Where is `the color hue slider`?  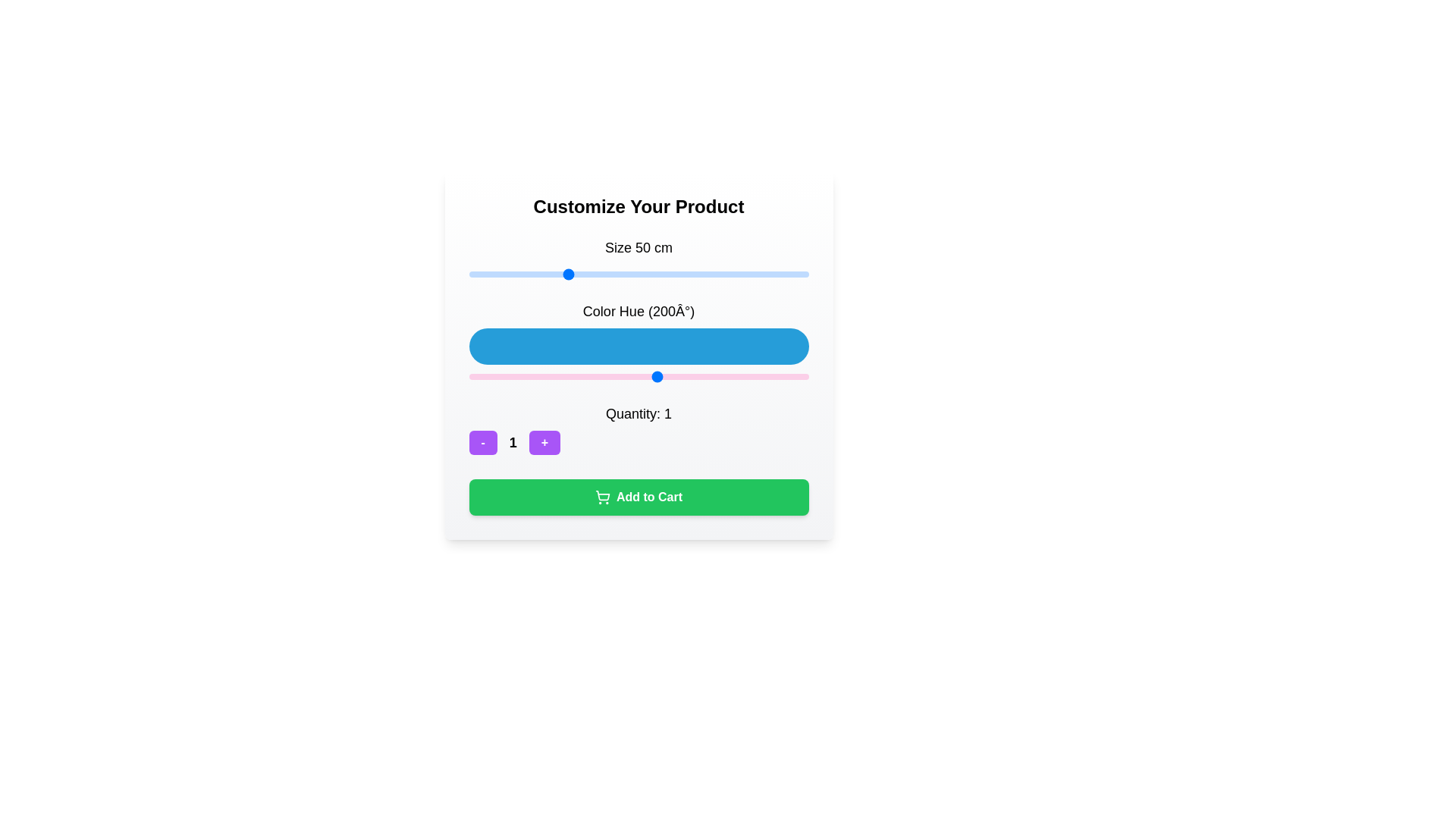
the color hue slider is located at coordinates (675, 376).